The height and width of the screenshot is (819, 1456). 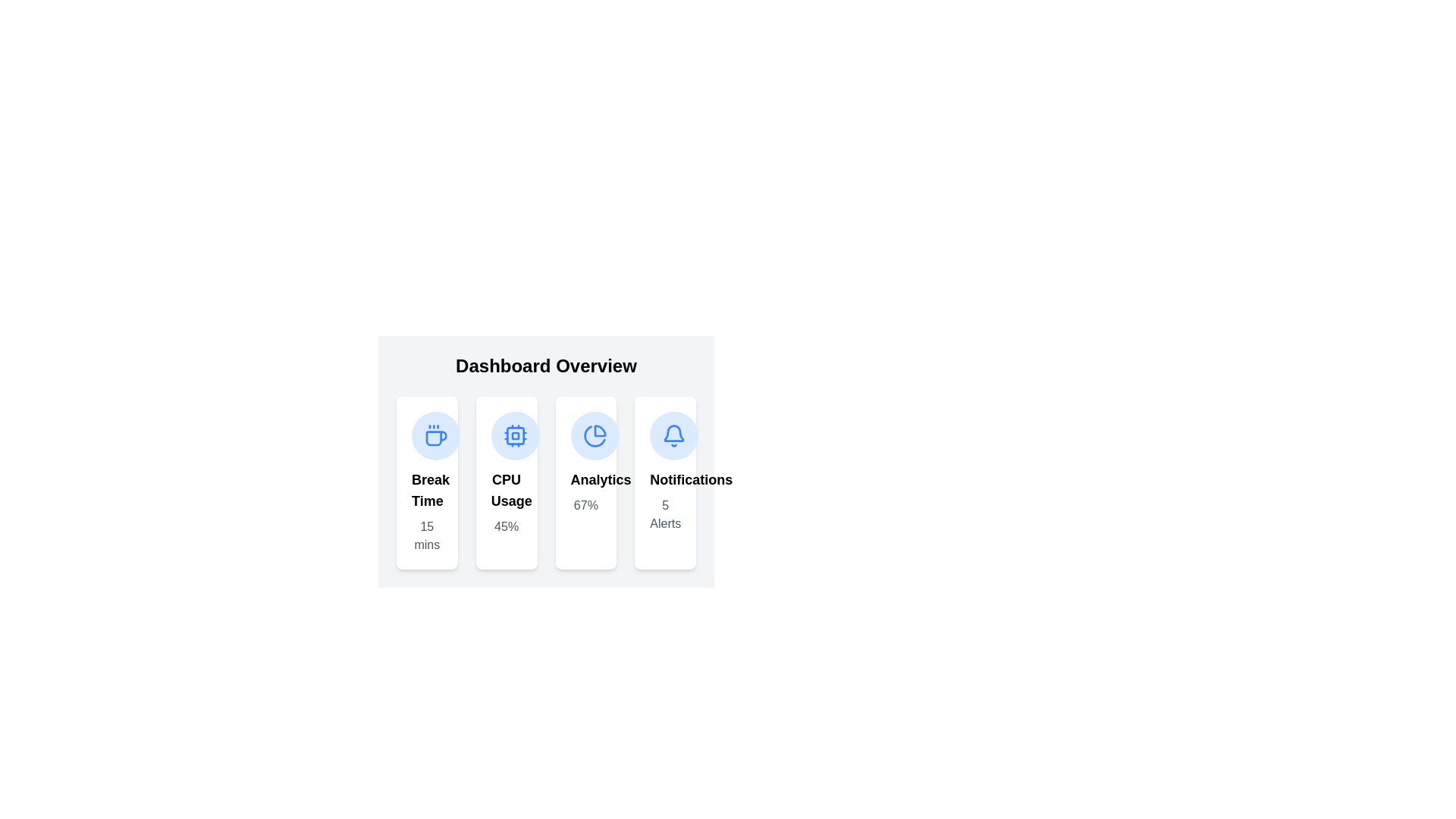 What do you see at coordinates (673, 432) in the screenshot?
I see `the bell icon representing notifications located in the bottom-right corner of the dashboard card` at bounding box center [673, 432].